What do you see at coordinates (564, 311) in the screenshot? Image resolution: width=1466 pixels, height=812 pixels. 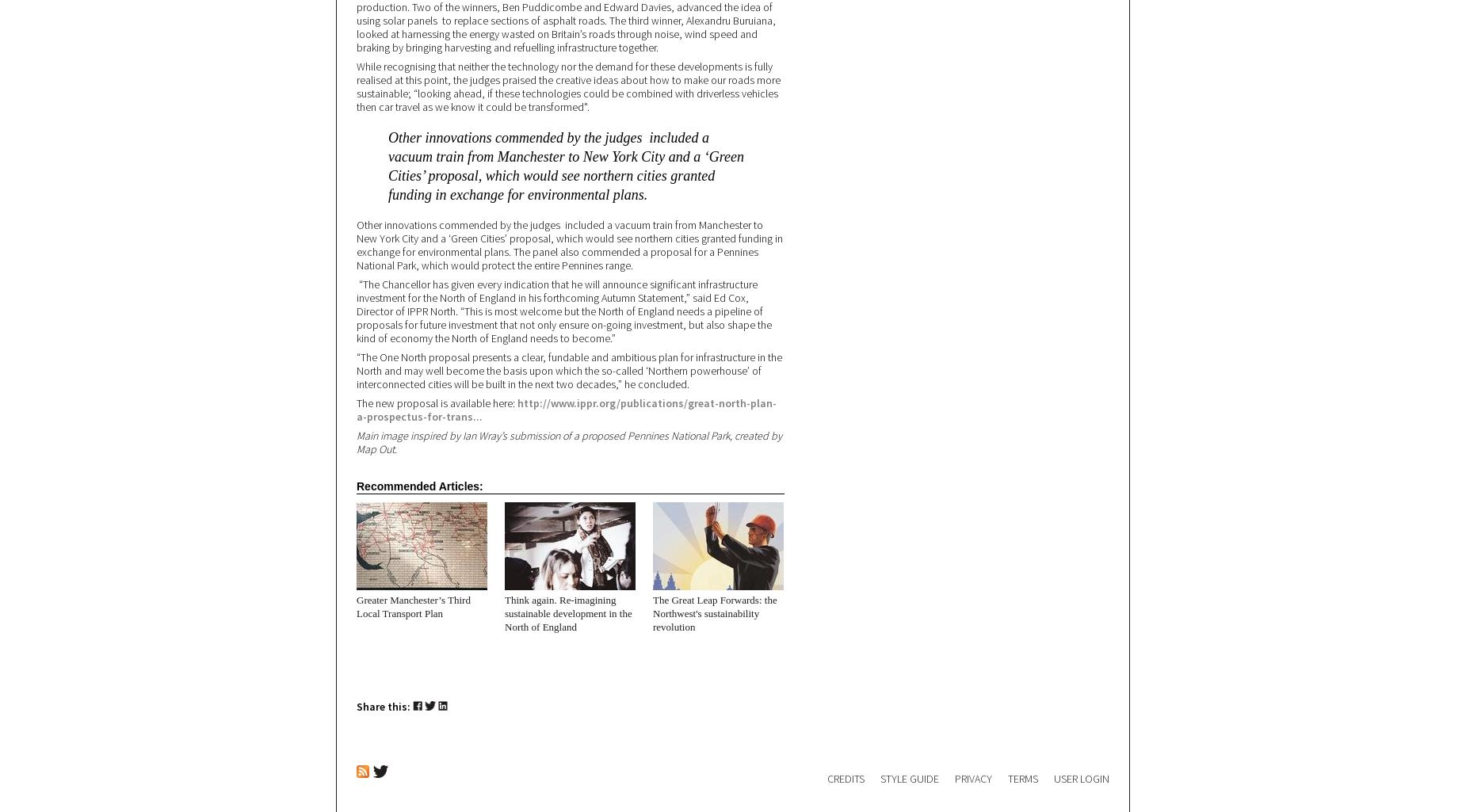 I see `'“The Chancellor has given every indication that he will announce significant infrastructure investment for the North of England in his forthcoming Autumn Statement,” said Ed Cox, Director of IPPR North. “This is most welcome but the North of England needs a pipeline of proposals for future investment that not only ensure on-going investment, but also shape the kind of economy the North of England needs to become.”'` at bounding box center [564, 311].